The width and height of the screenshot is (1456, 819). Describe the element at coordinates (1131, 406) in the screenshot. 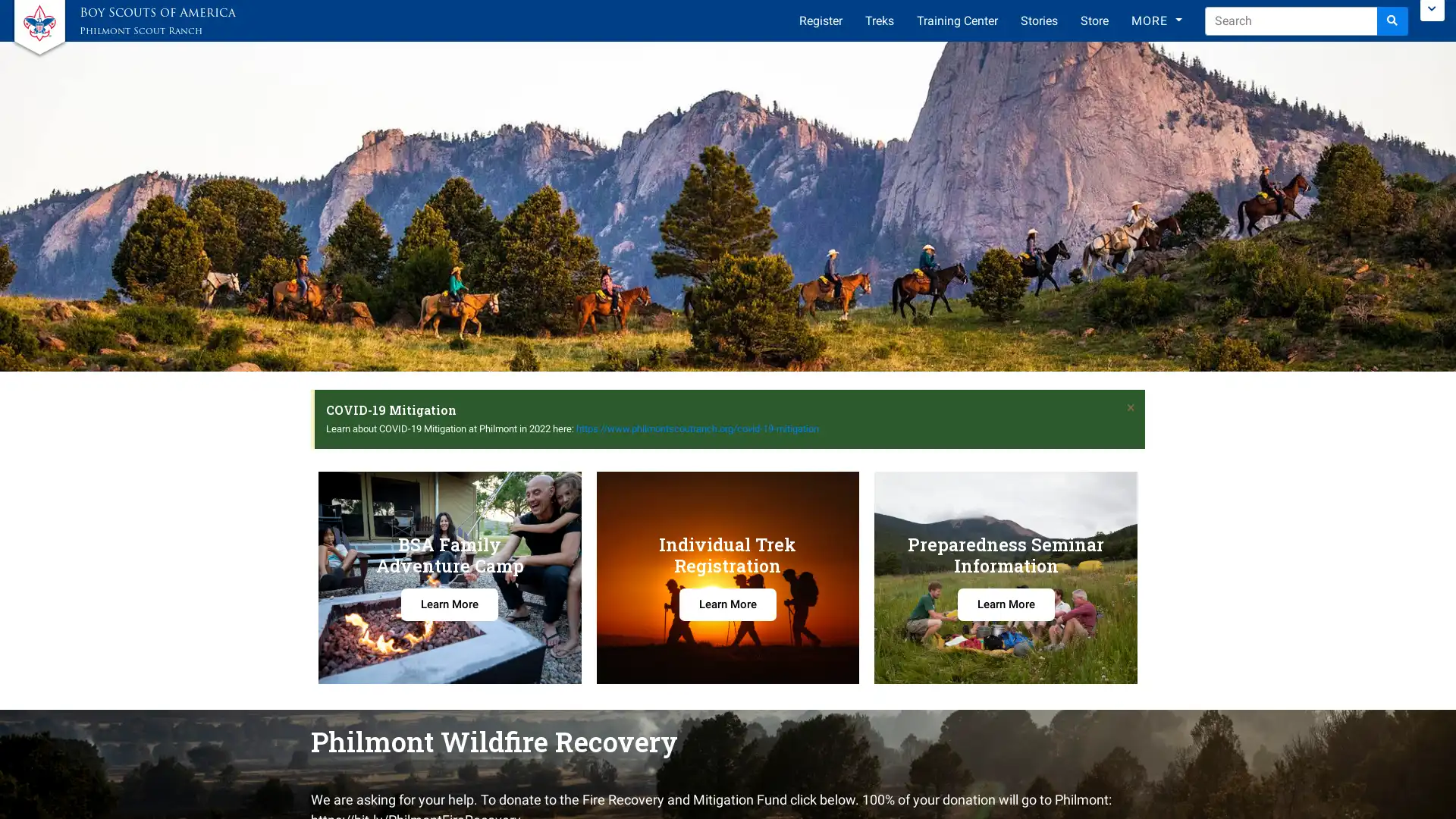

I see `Dismiss alert` at that location.